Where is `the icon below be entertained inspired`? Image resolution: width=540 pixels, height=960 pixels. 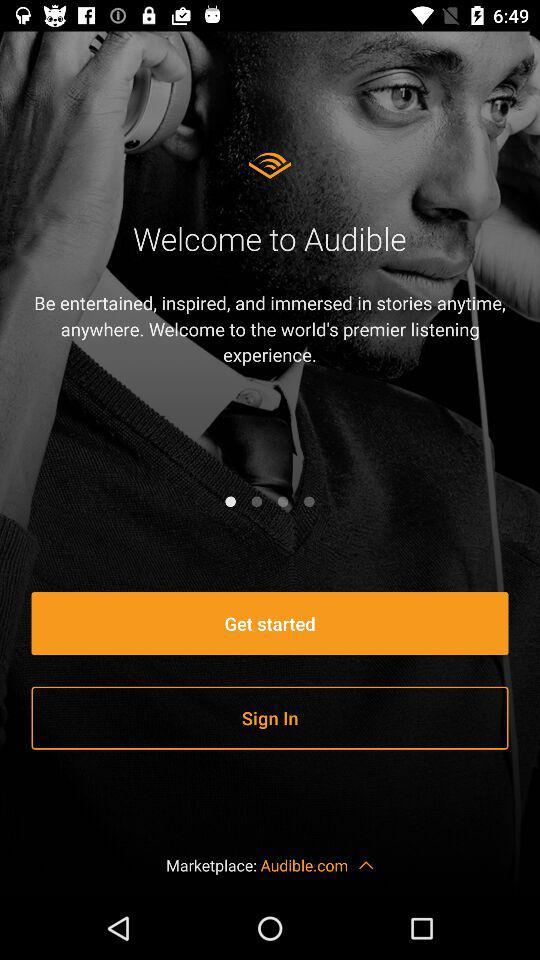 the icon below be entertained inspired is located at coordinates (309, 500).